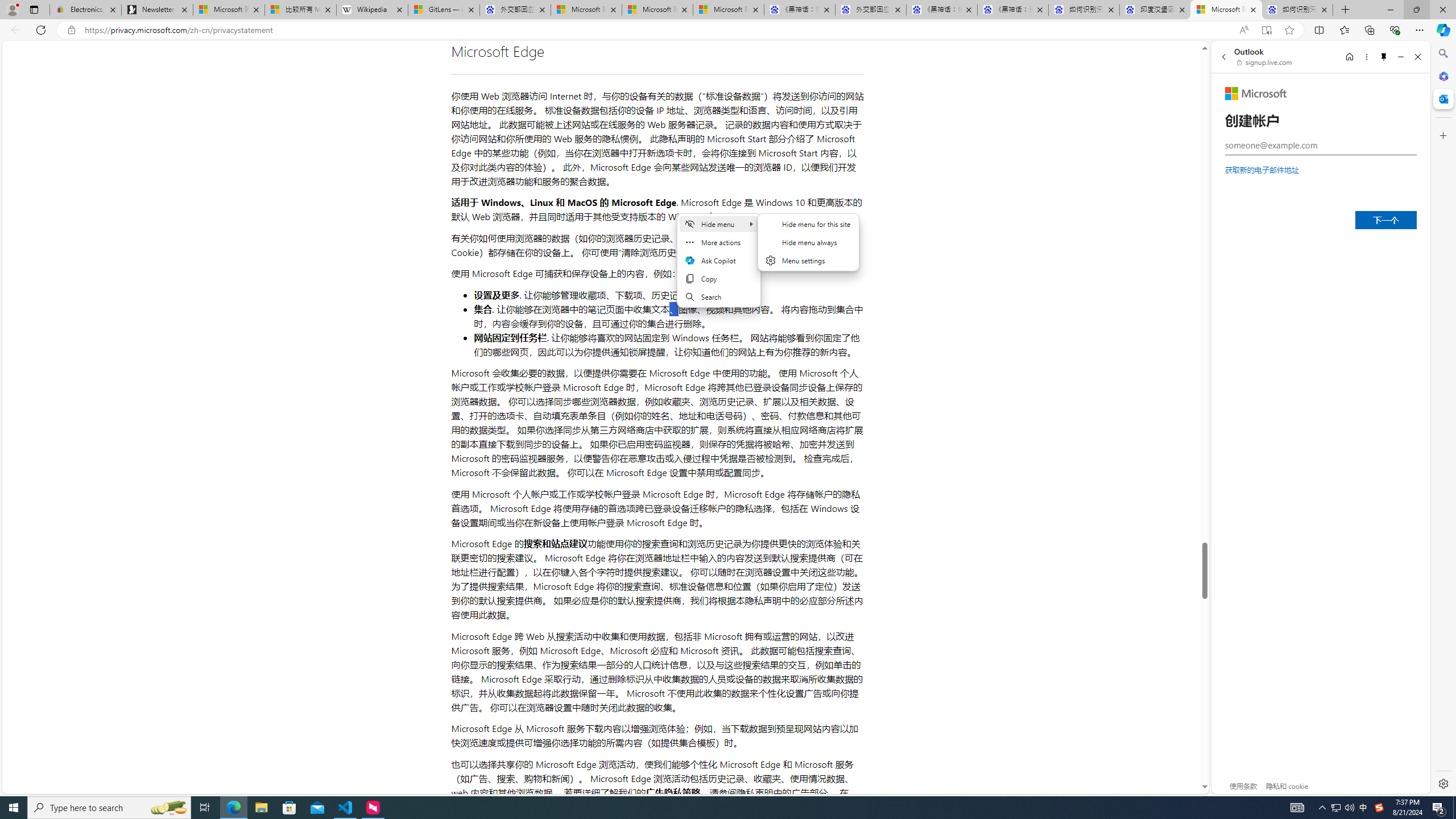 Image resolution: width=1456 pixels, height=819 pixels. I want to click on 'Menu settings', so click(809, 259).